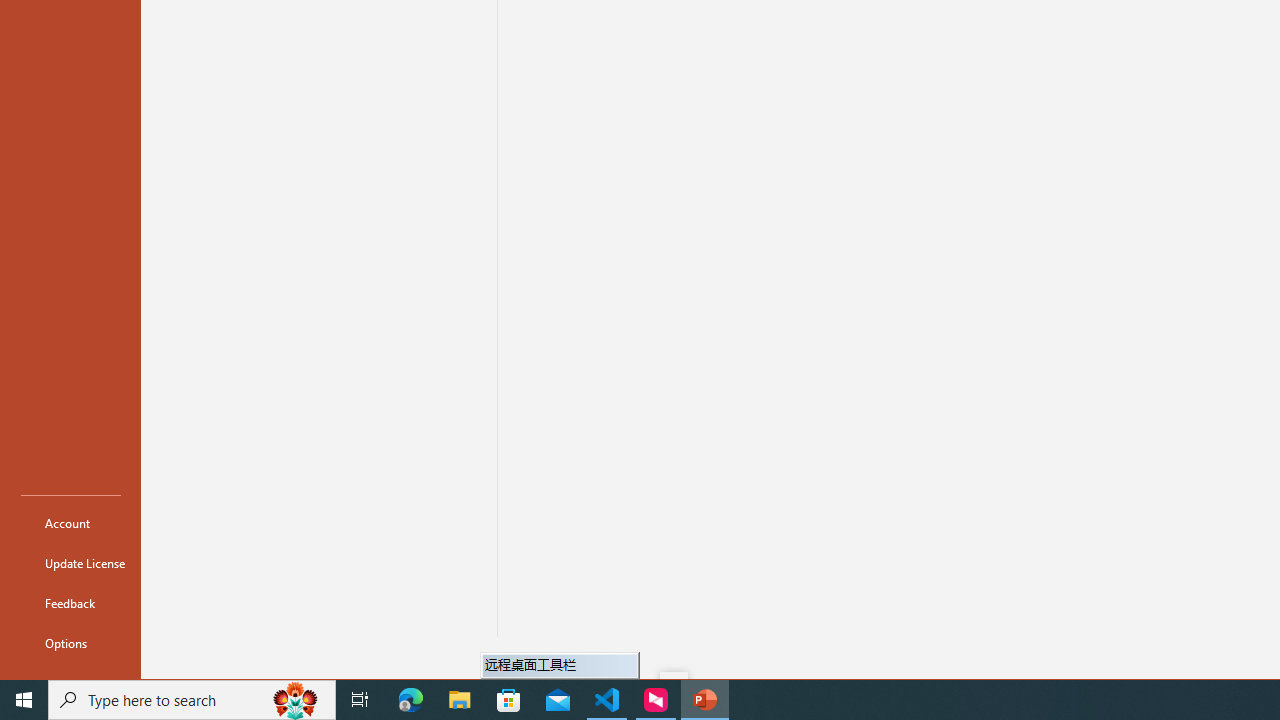 Image resolution: width=1280 pixels, height=720 pixels. Describe the element at coordinates (705, 698) in the screenshot. I see `'PowerPoint - 1 running window'` at that location.